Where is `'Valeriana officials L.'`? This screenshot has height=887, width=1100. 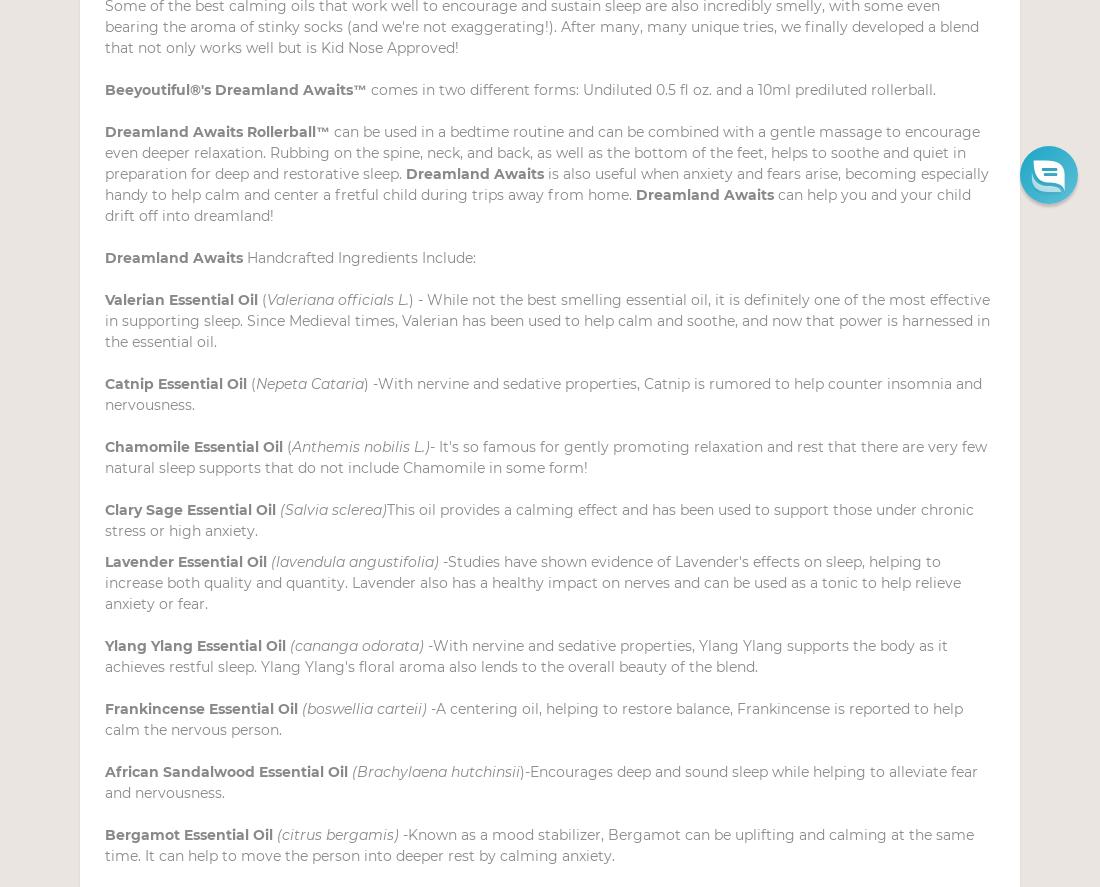
'Valeriana officials L.' is located at coordinates (337, 299).